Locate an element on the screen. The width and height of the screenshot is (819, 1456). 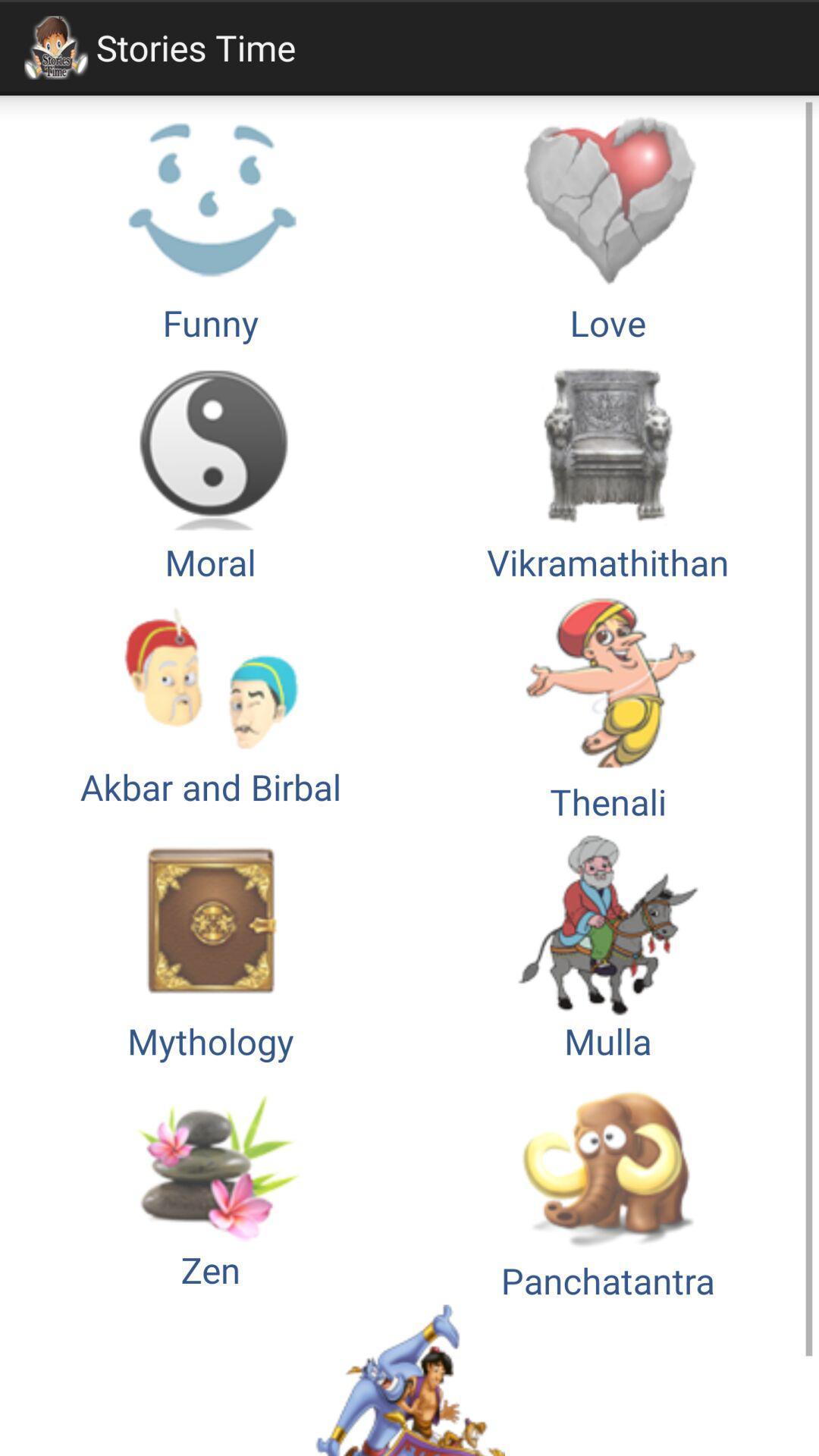
the button to the left of the thenali icon is located at coordinates (210, 944).